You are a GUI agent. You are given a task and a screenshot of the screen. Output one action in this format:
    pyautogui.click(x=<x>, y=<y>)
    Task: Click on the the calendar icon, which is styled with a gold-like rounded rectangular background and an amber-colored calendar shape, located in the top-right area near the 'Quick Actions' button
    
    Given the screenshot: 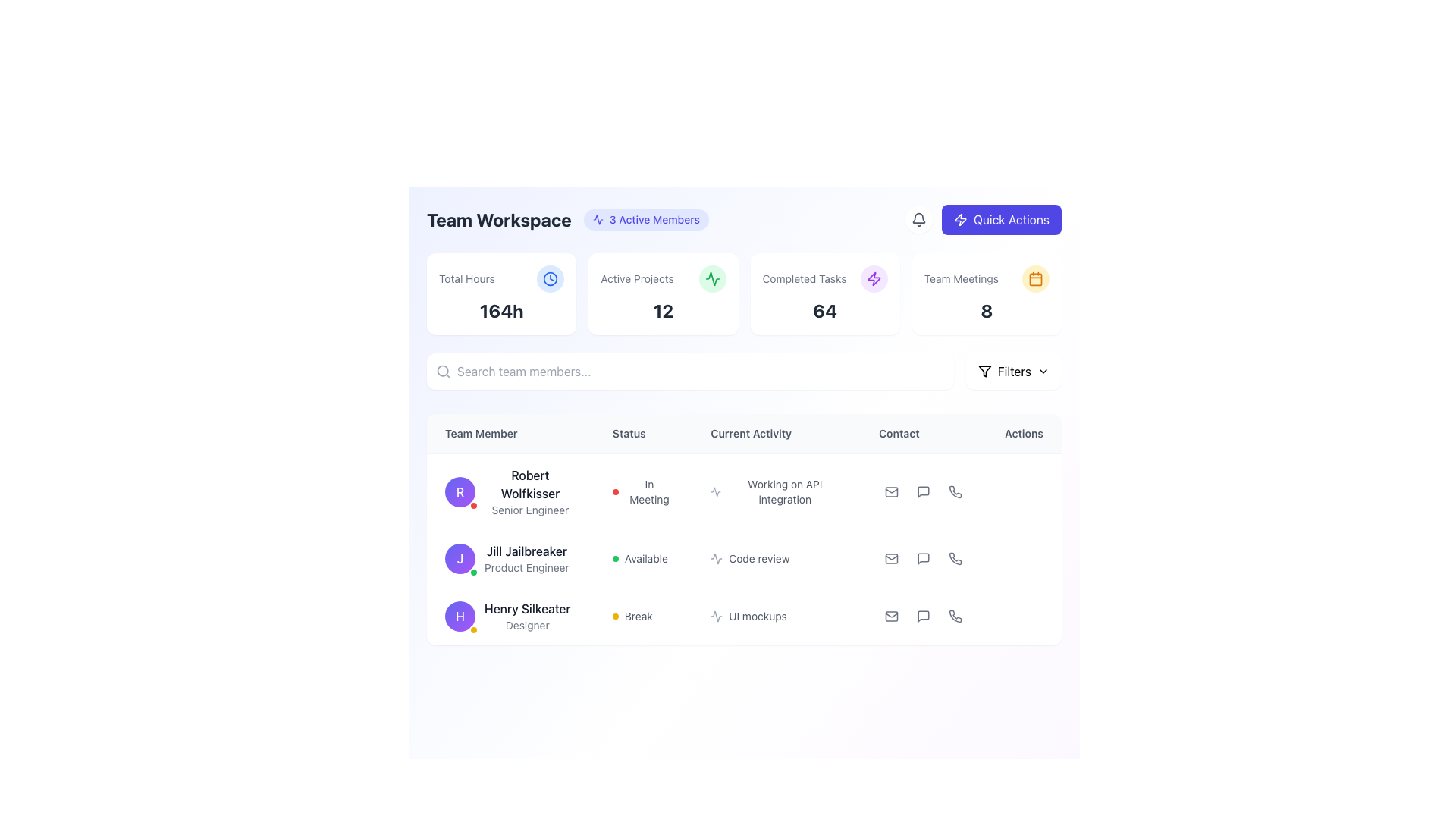 What is the action you would take?
    pyautogui.click(x=1035, y=278)
    